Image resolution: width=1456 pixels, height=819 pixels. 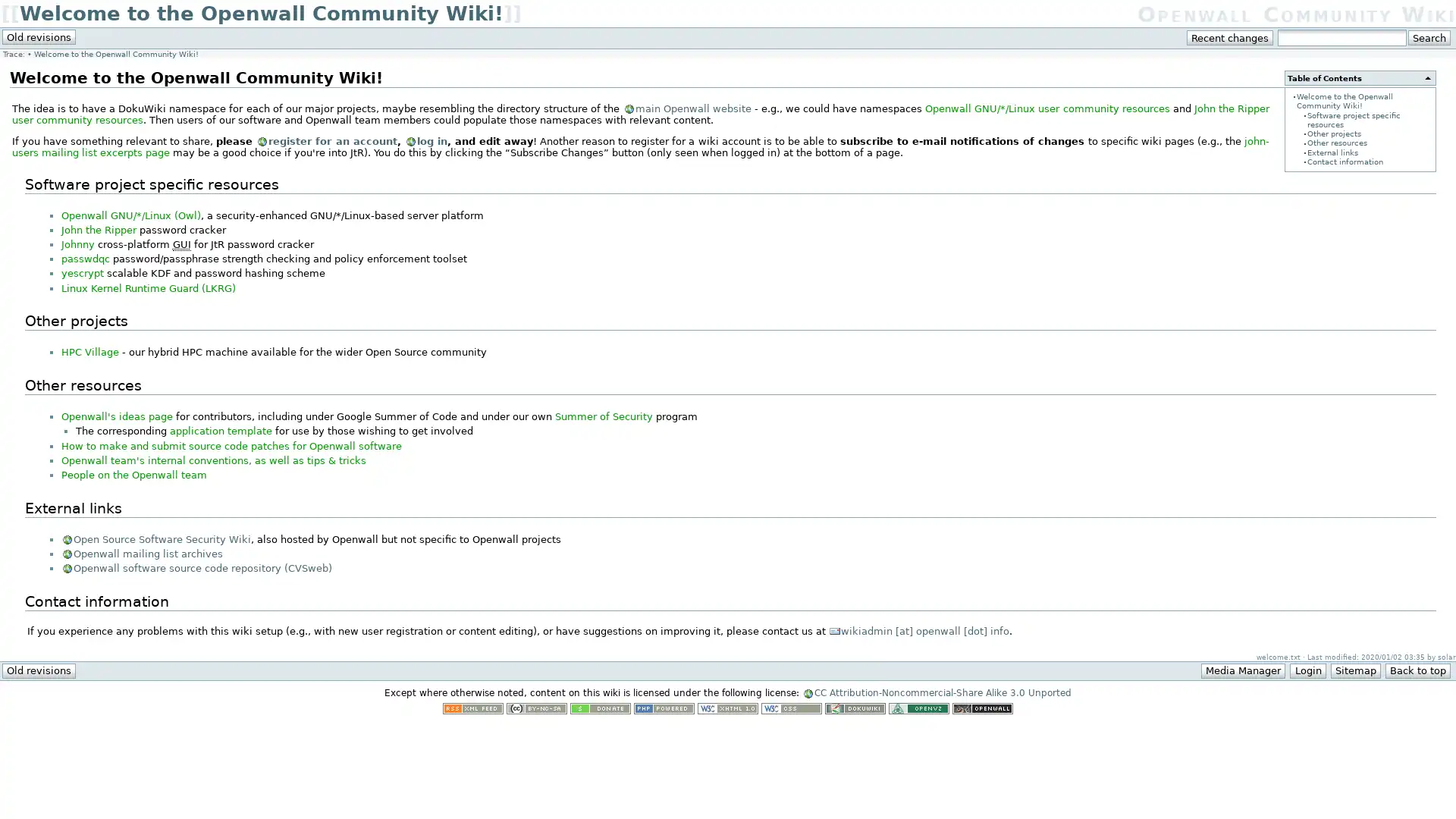 What do you see at coordinates (1417, 670) in the screenshot?
I see `Back to top` at bounding box center [1417, 670].